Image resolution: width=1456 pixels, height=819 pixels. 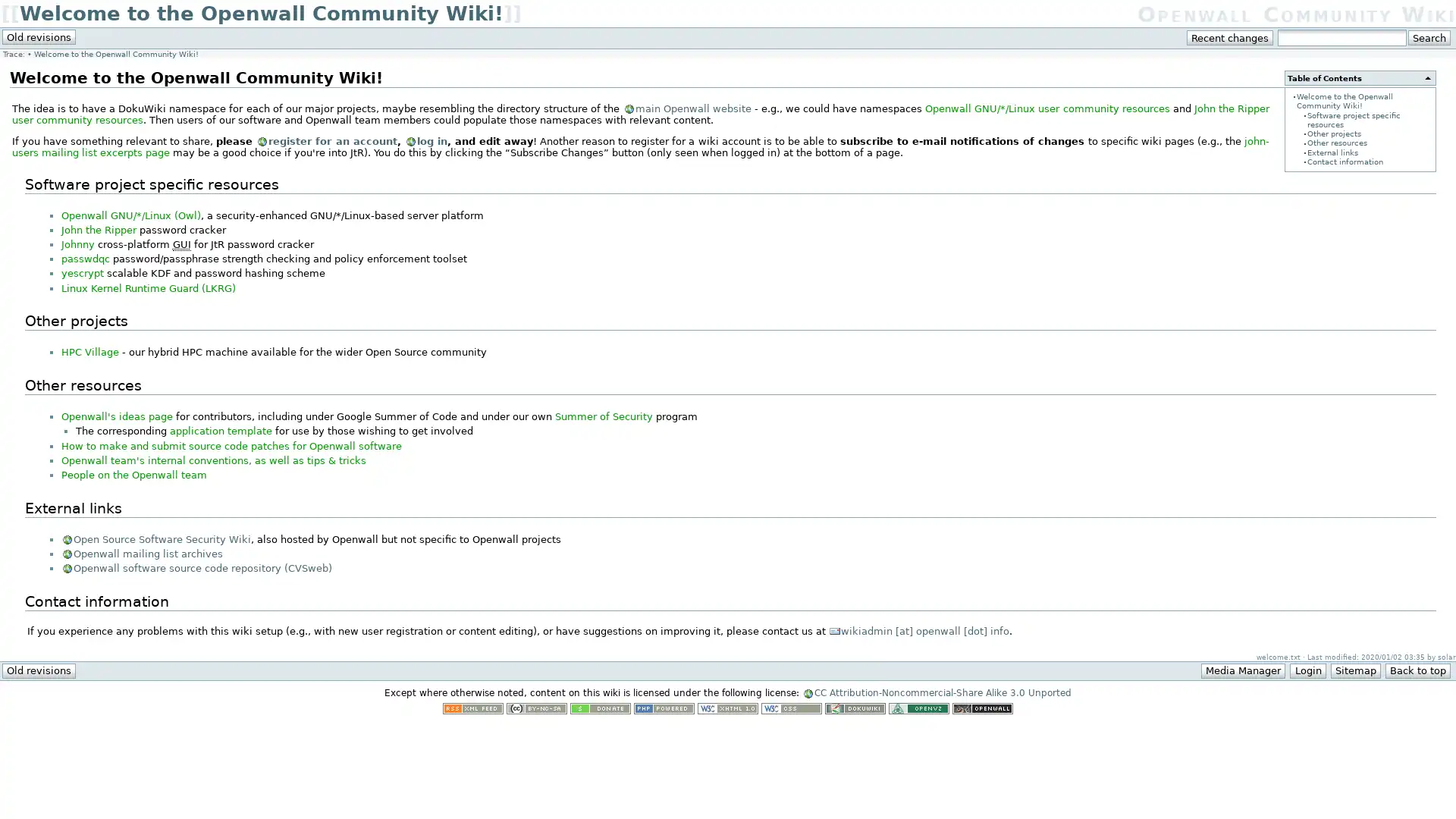 What do you see at coordinates (1417, 670) in the screenshot?
I see `Back to top` at bounding box center [1417, 670].